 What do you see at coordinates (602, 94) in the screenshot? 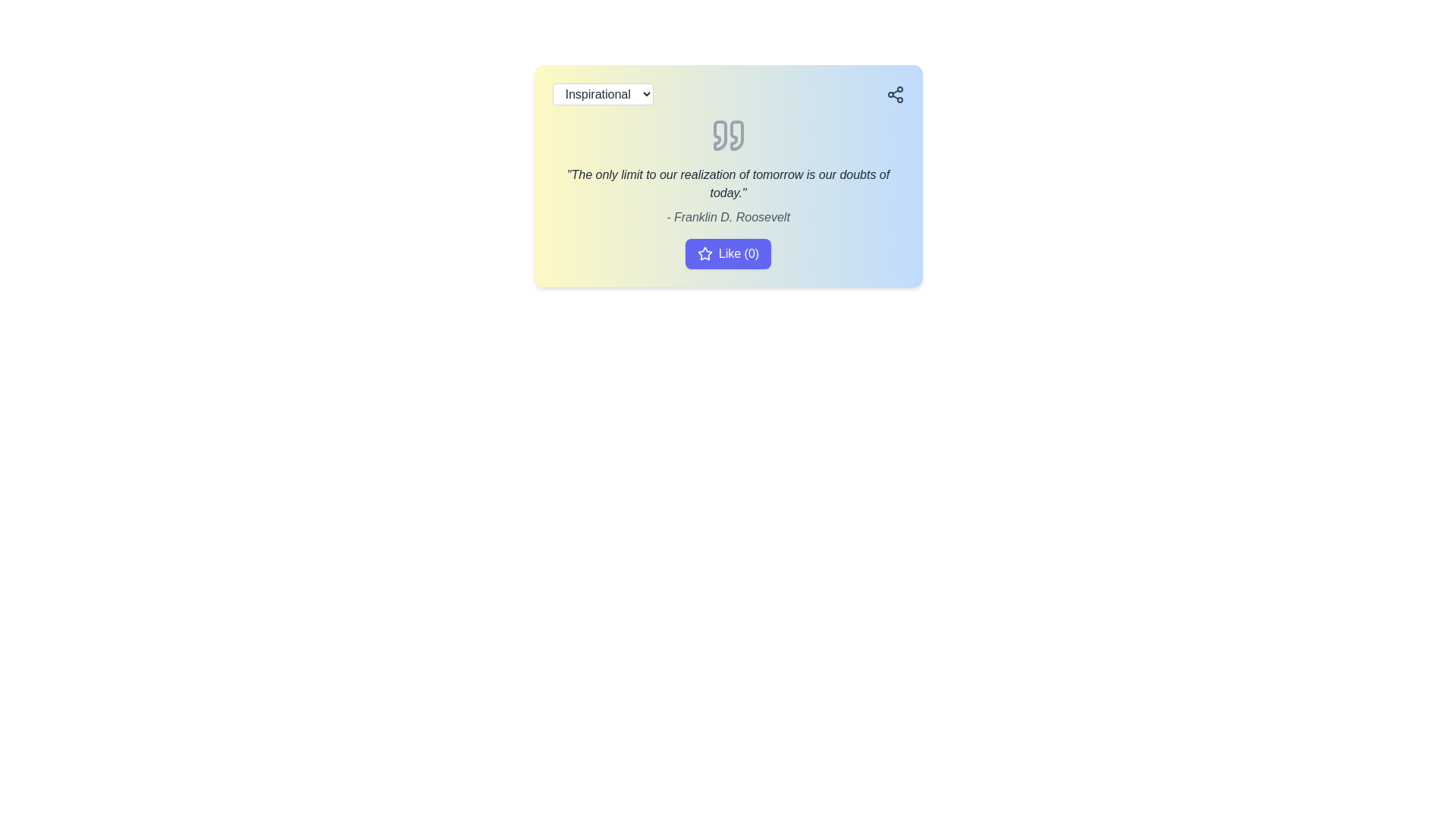
I see `the 'Inspirational' dropdown menu with a white background and gray border` at bounding box center [602, 94].